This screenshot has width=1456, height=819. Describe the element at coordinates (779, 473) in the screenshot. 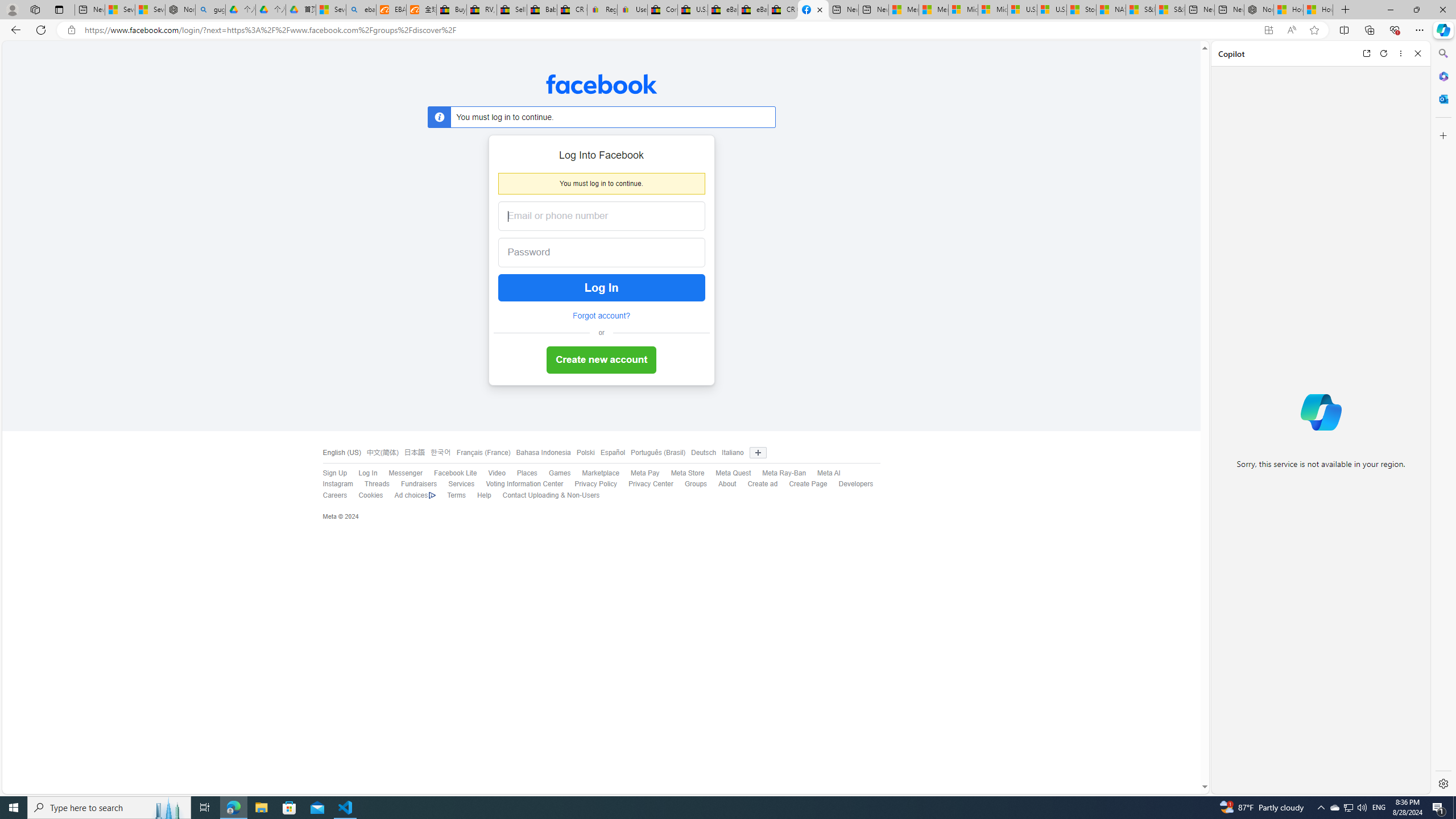

I see `'Meta Ray-Ban'` at that location.